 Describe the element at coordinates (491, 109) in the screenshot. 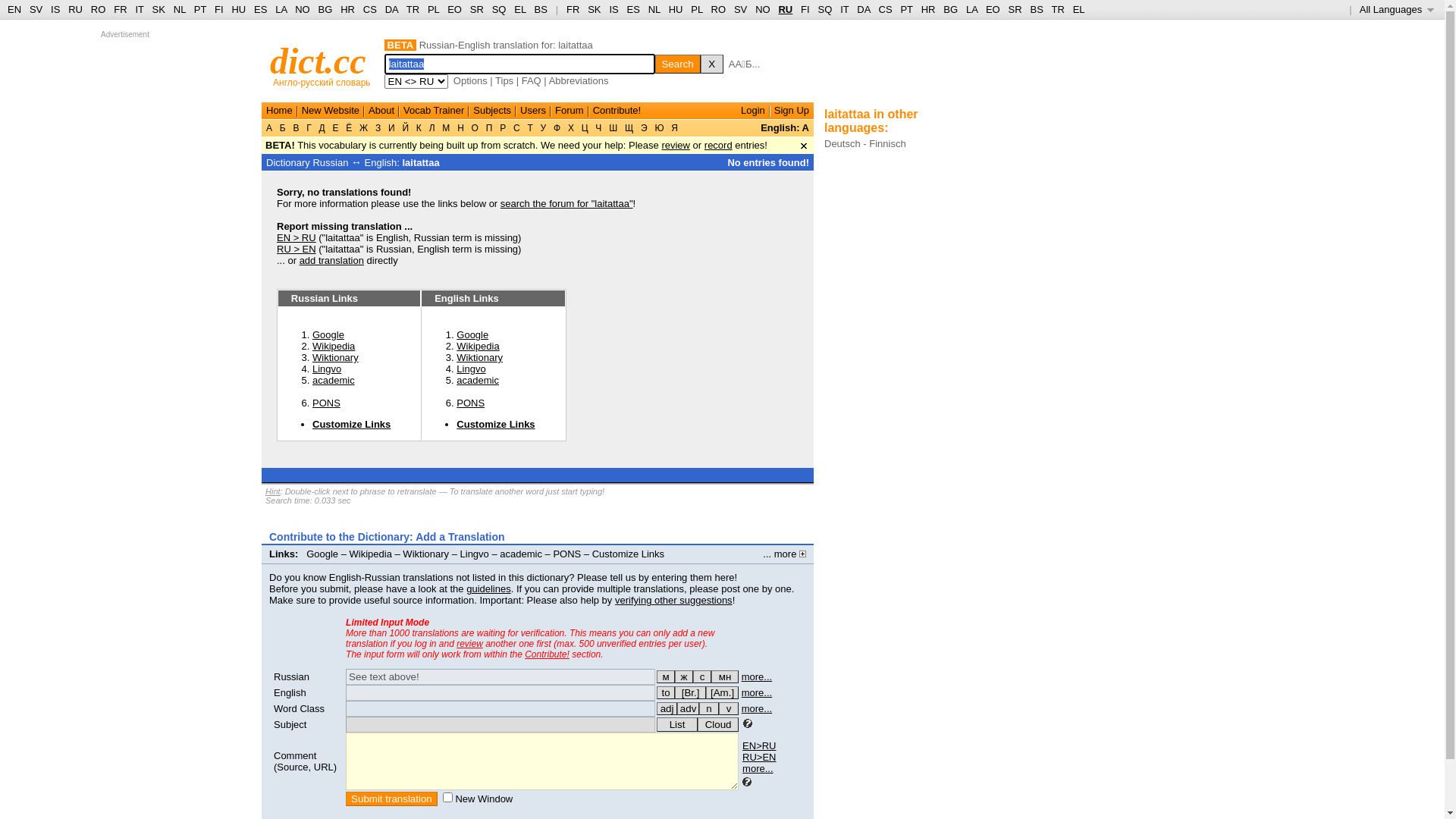

I see `'Subjects'` at that location.